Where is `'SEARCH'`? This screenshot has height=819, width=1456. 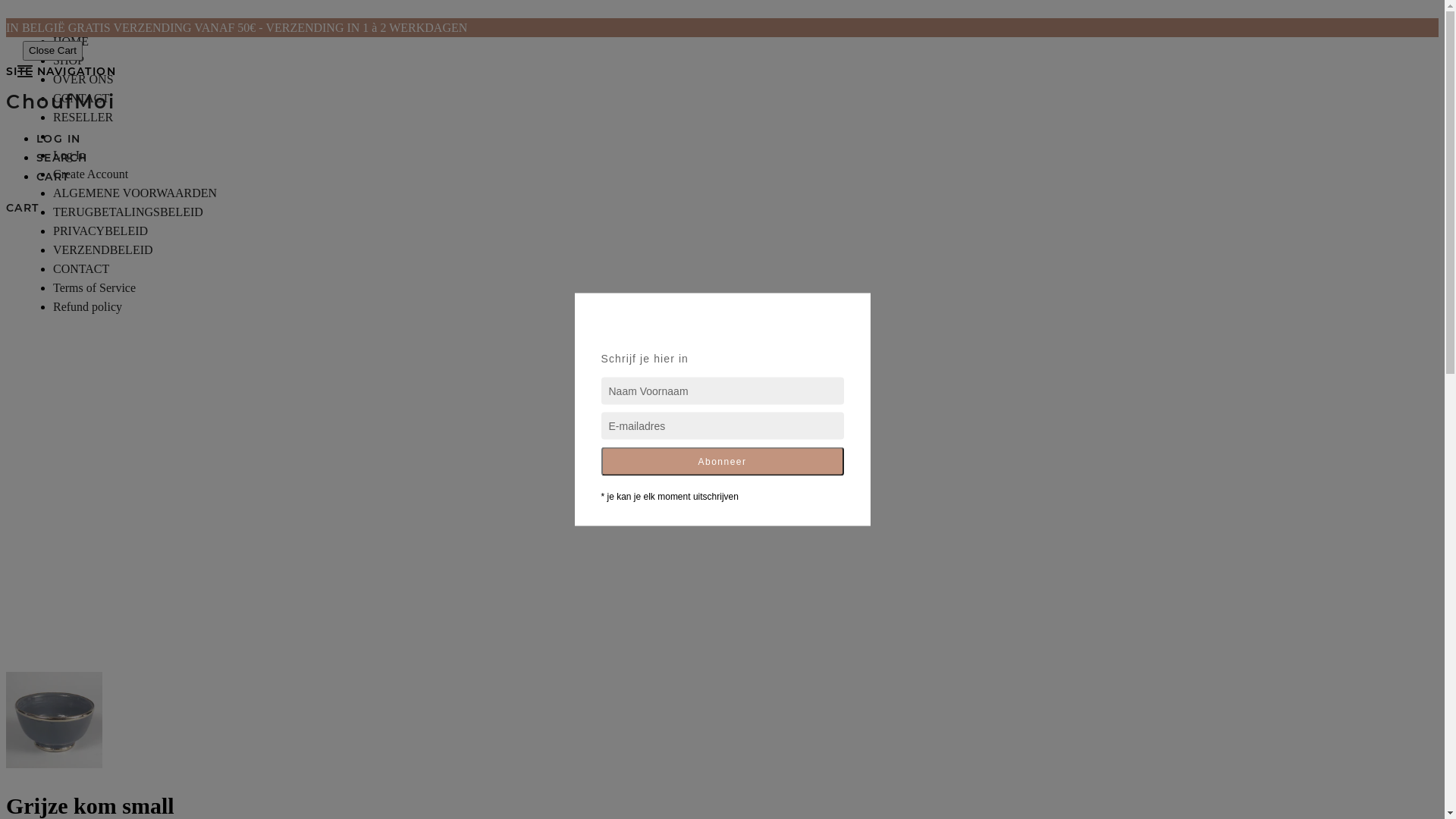 'SEARCH' is located at coordinates (61, 158).